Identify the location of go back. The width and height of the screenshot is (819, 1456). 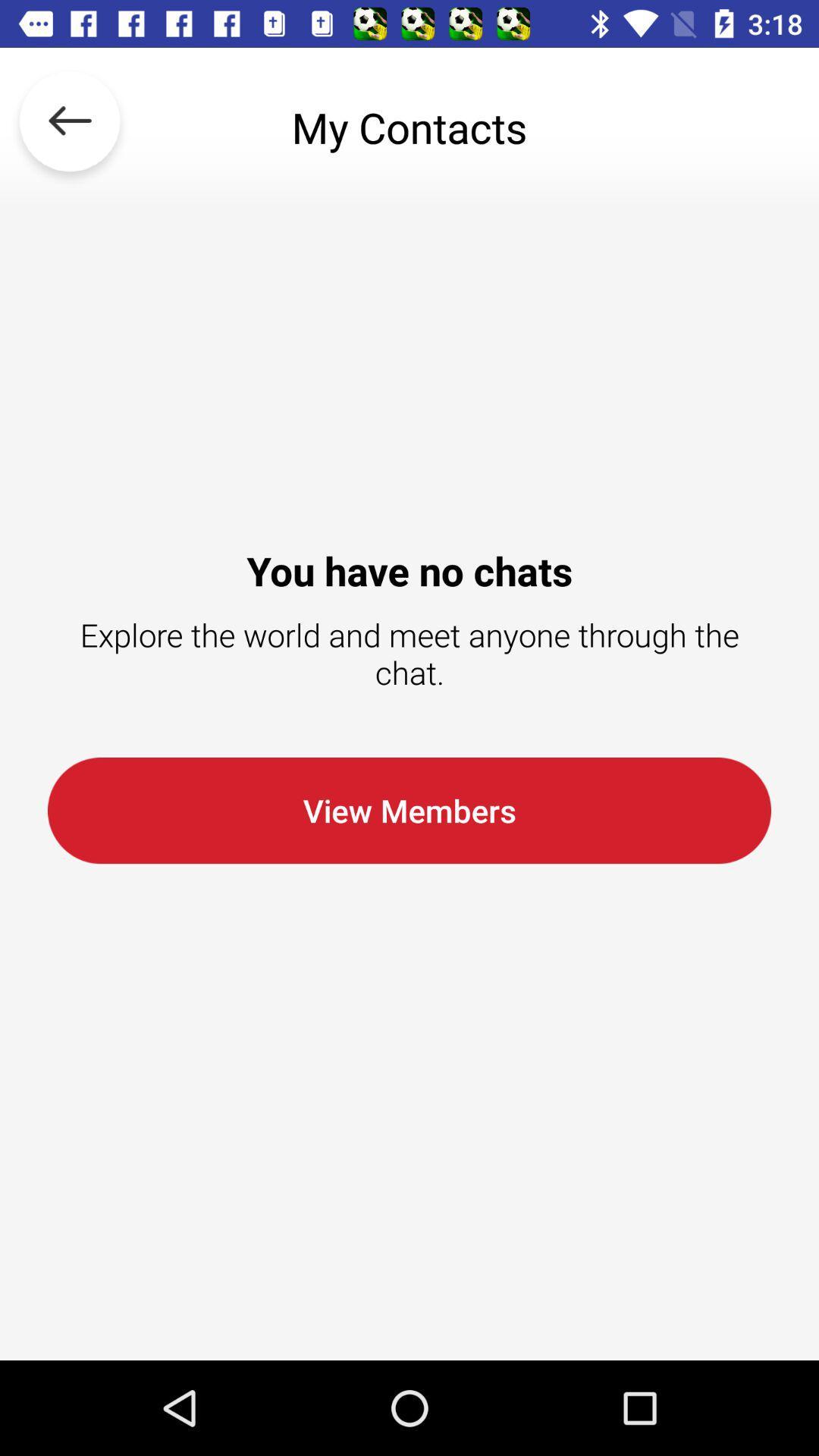
(70, 127).